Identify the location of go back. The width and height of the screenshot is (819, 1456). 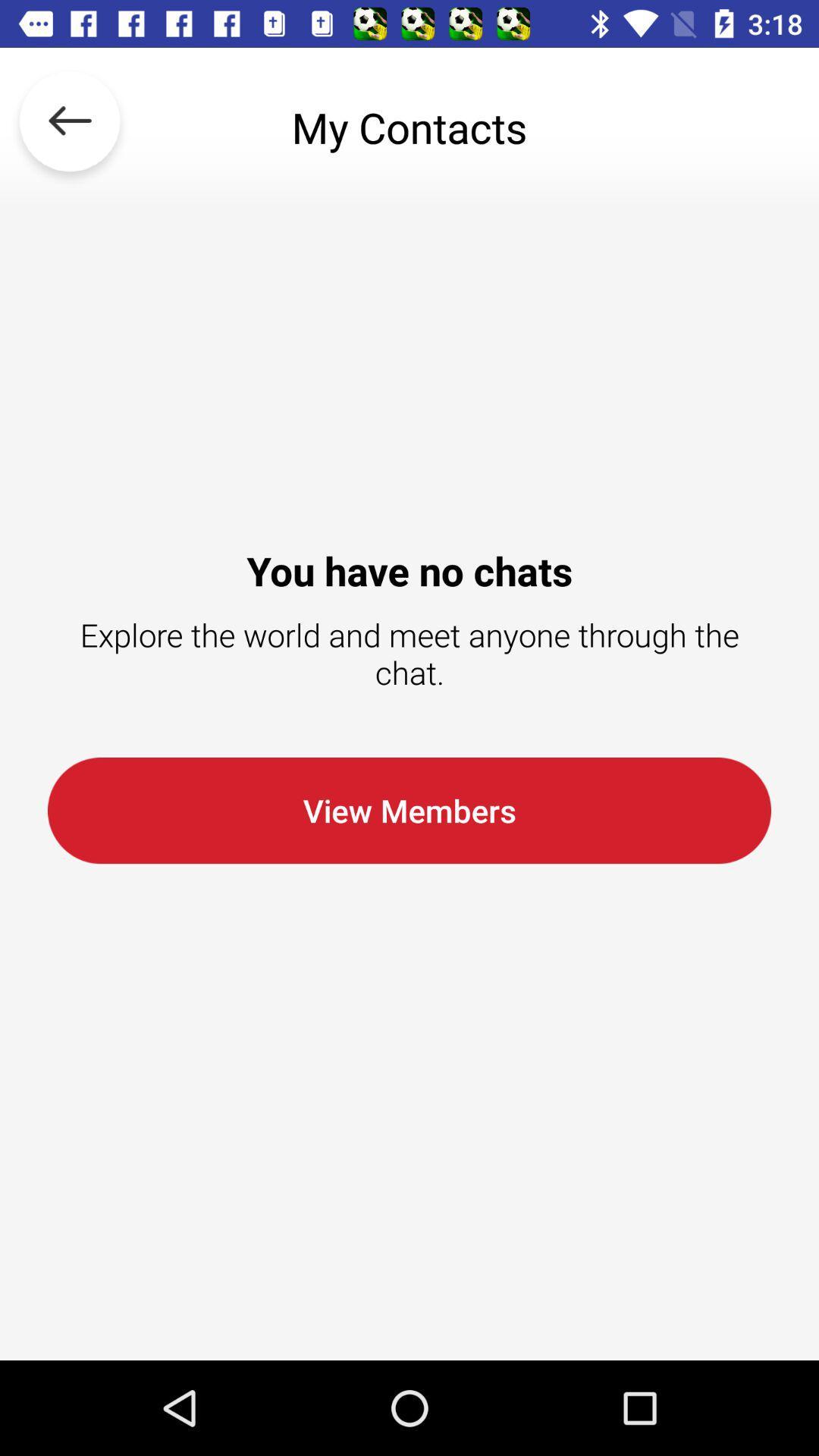
(70, 127).